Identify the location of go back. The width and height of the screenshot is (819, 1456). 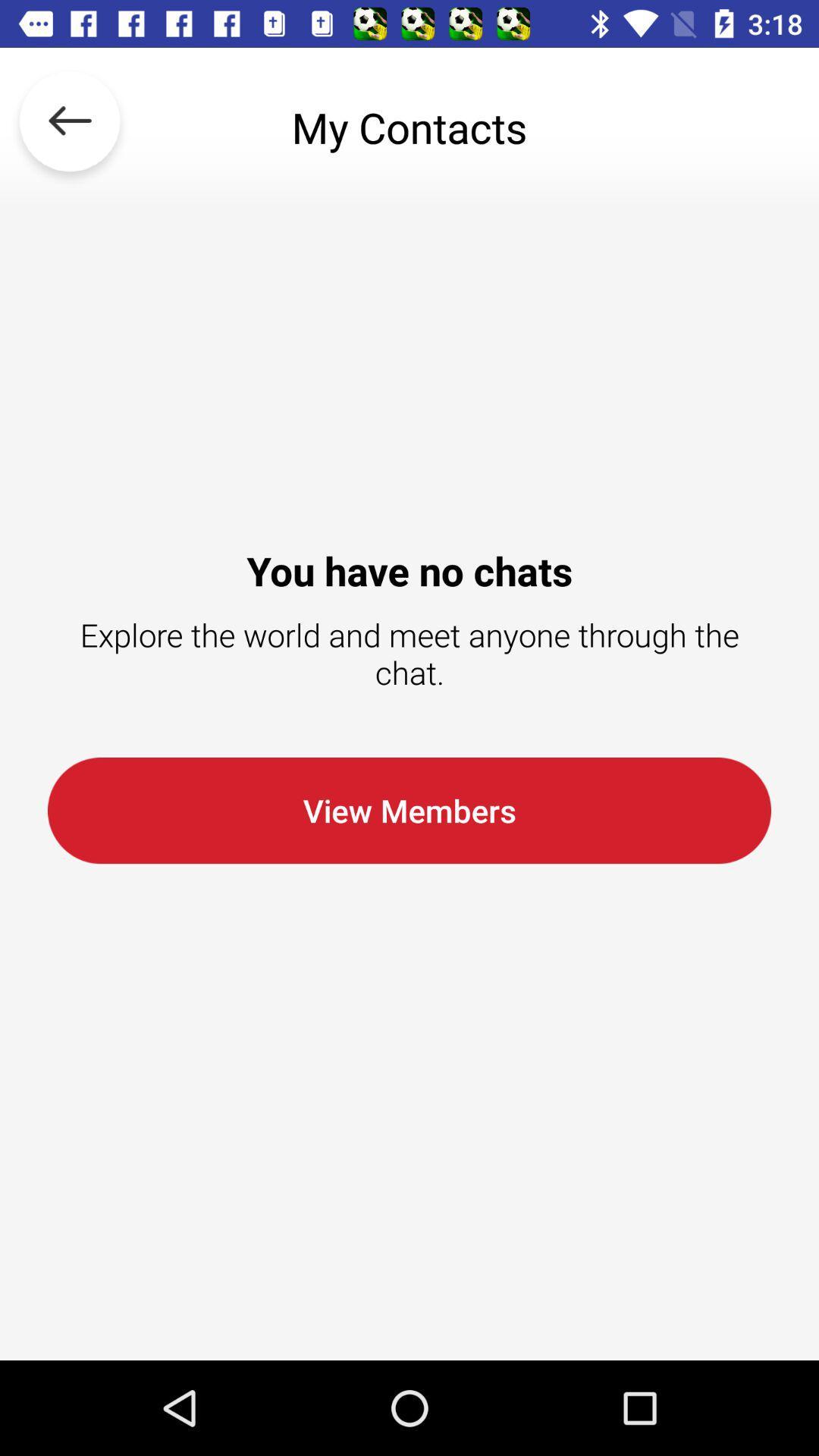
(70, 127).